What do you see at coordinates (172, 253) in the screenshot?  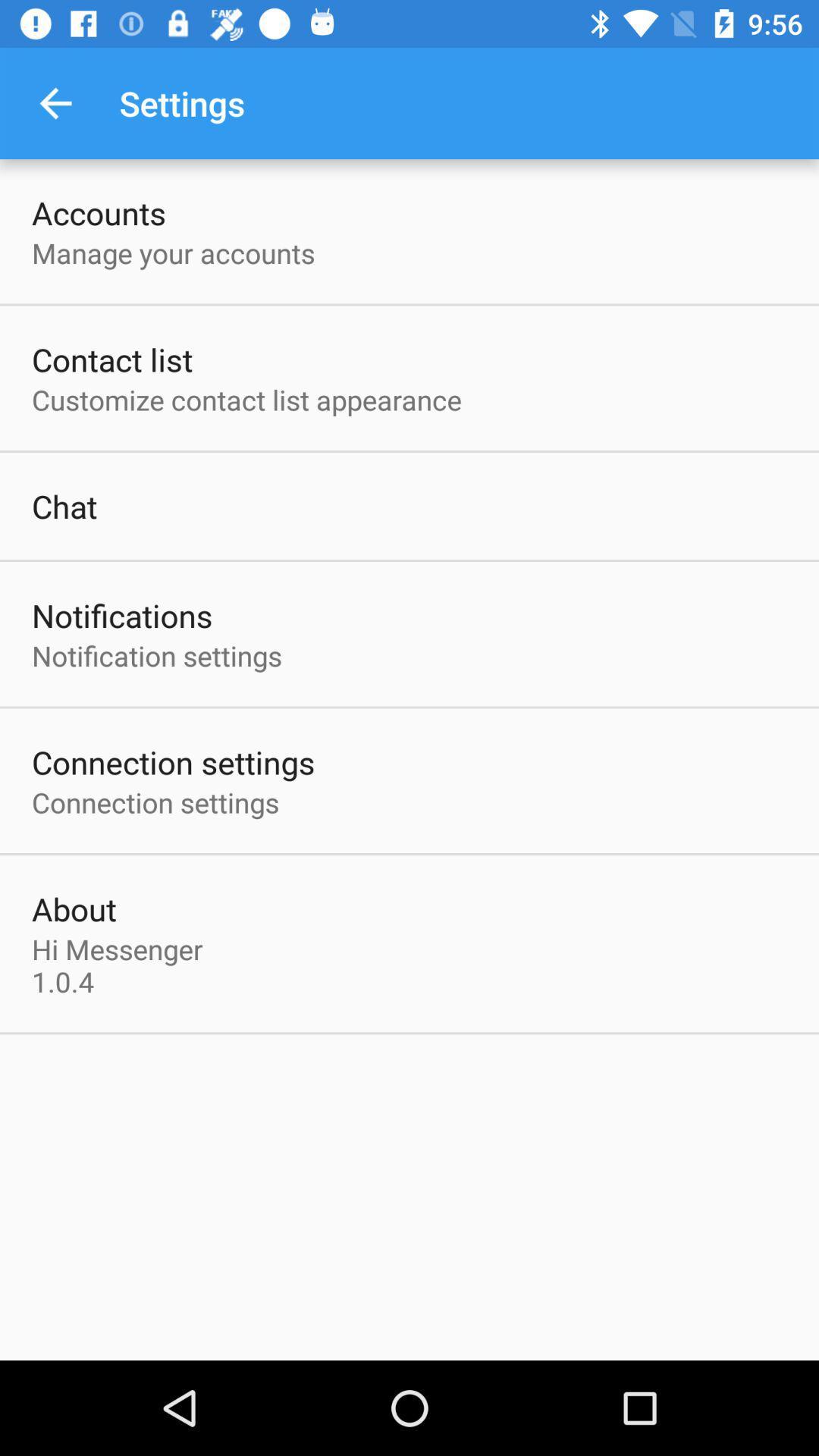 I see `the manage your accounts` at bounding box center [172, 253].